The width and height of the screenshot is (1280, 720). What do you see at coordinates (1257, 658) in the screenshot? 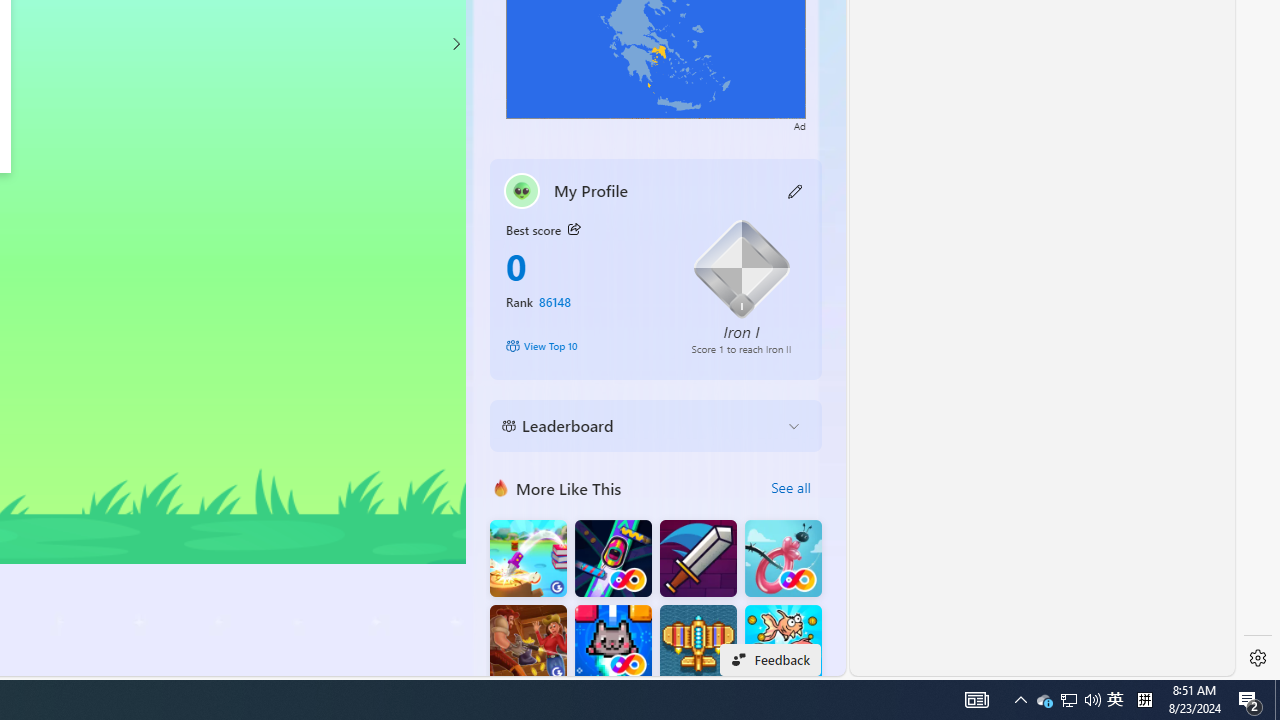
I see `'Settings'` at bounding box center [1257, 658].